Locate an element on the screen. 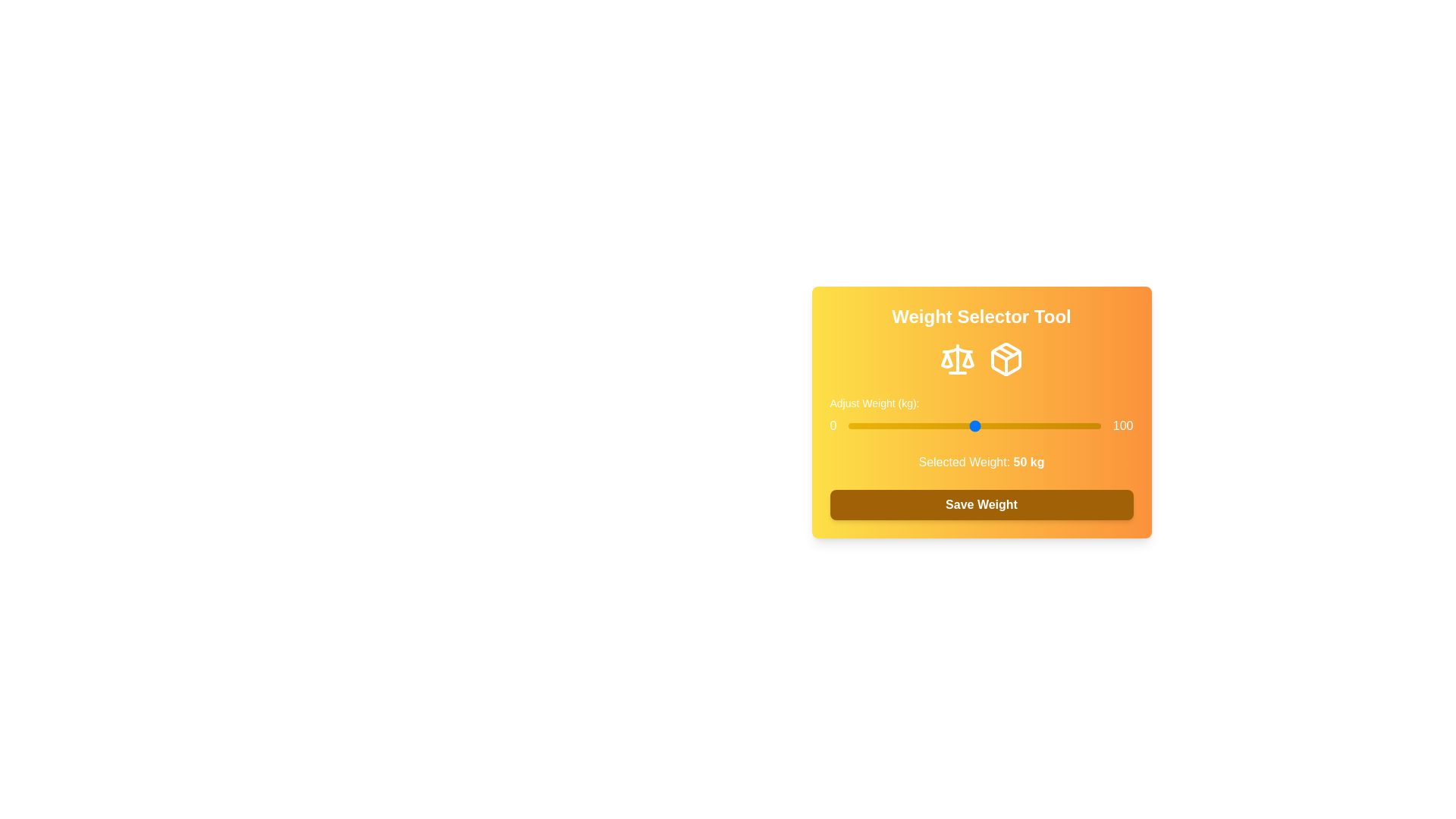 The height and width of the screenshot is (819, 1456). the weight slider to 20 kg is located at coordinates (899, 426).